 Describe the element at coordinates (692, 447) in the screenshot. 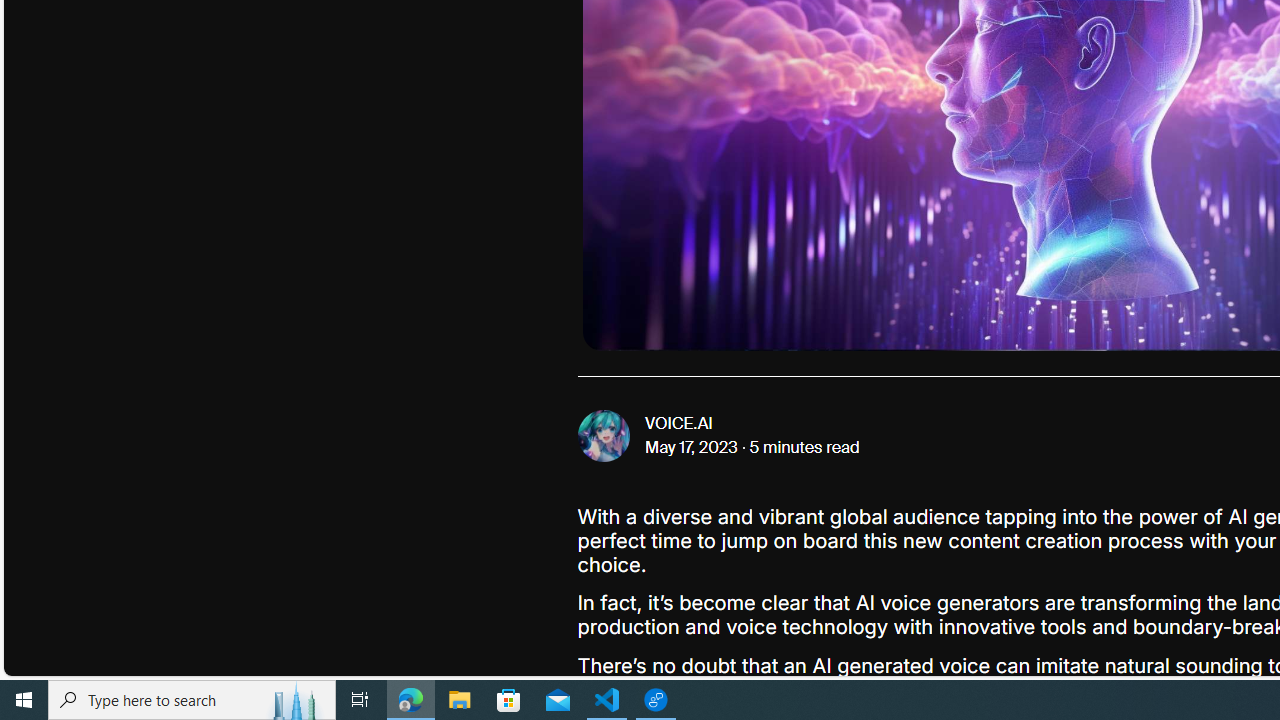

I see `'May 17, 2023'` at that location.